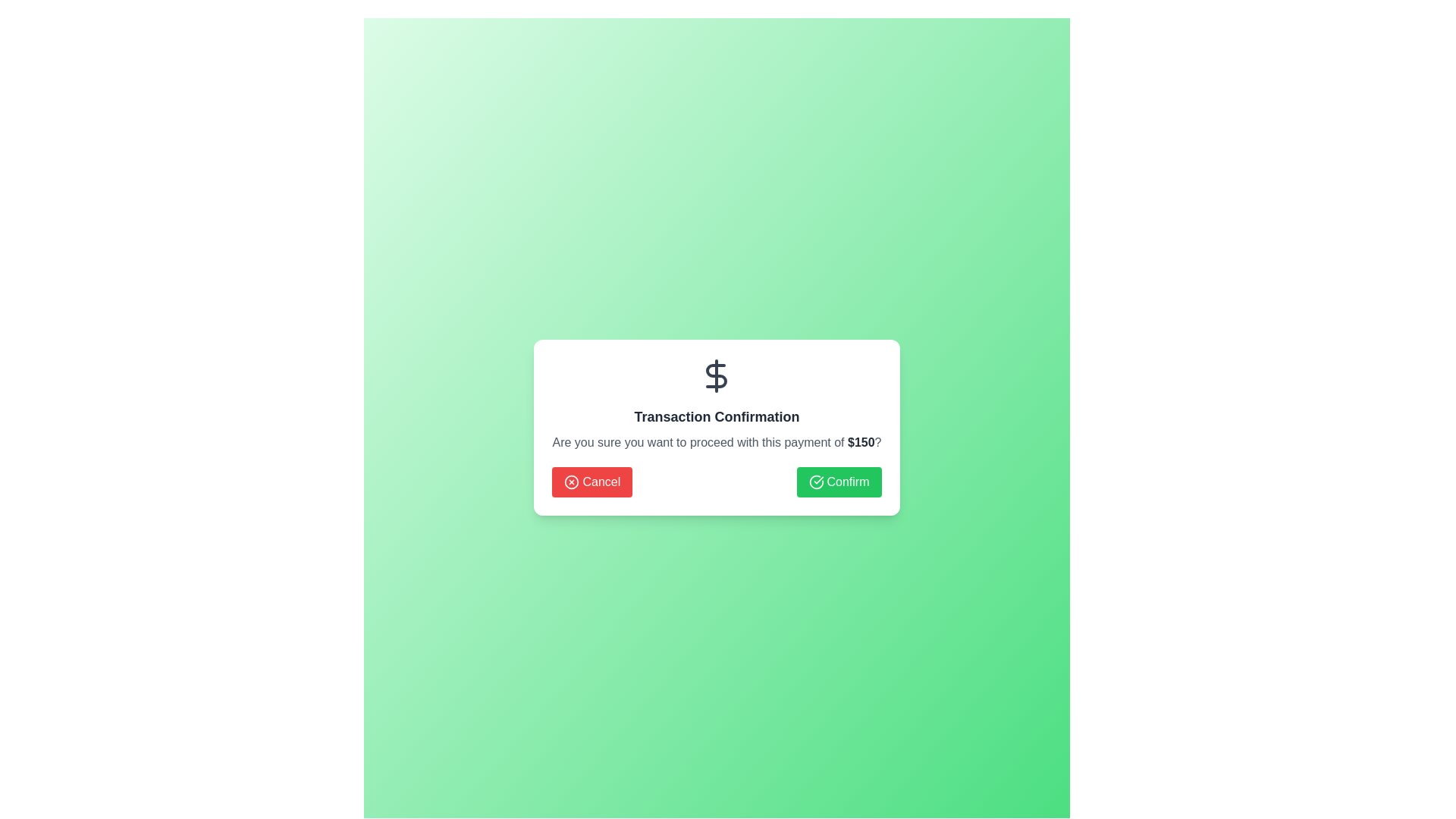  I want to click on the label in the modal dialog box that serves as a title or header, located below the dollar sign icon and above the payment action description, so click(716, 417).